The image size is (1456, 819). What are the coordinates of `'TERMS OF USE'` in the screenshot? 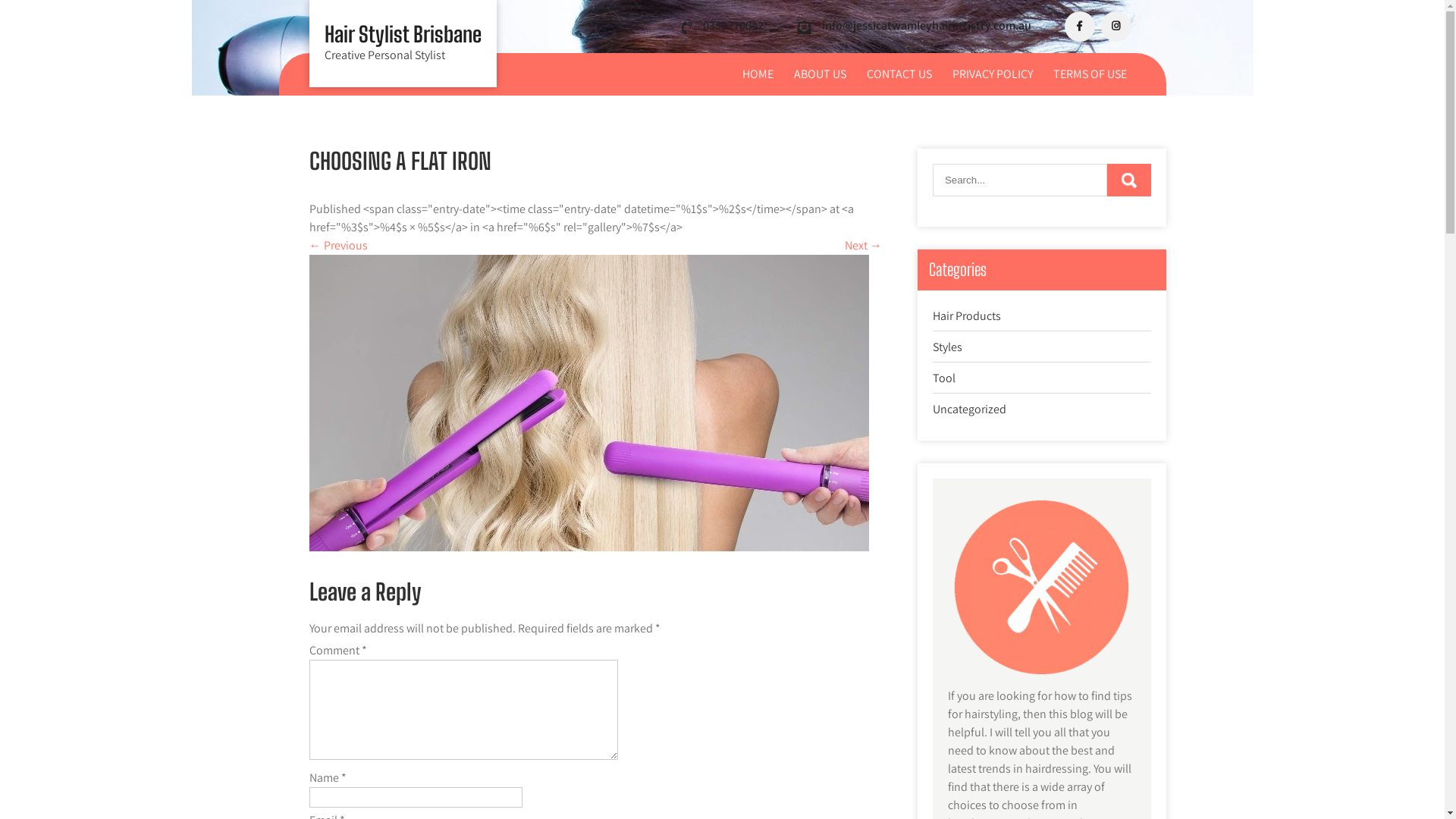 It's located at (1043, 74).